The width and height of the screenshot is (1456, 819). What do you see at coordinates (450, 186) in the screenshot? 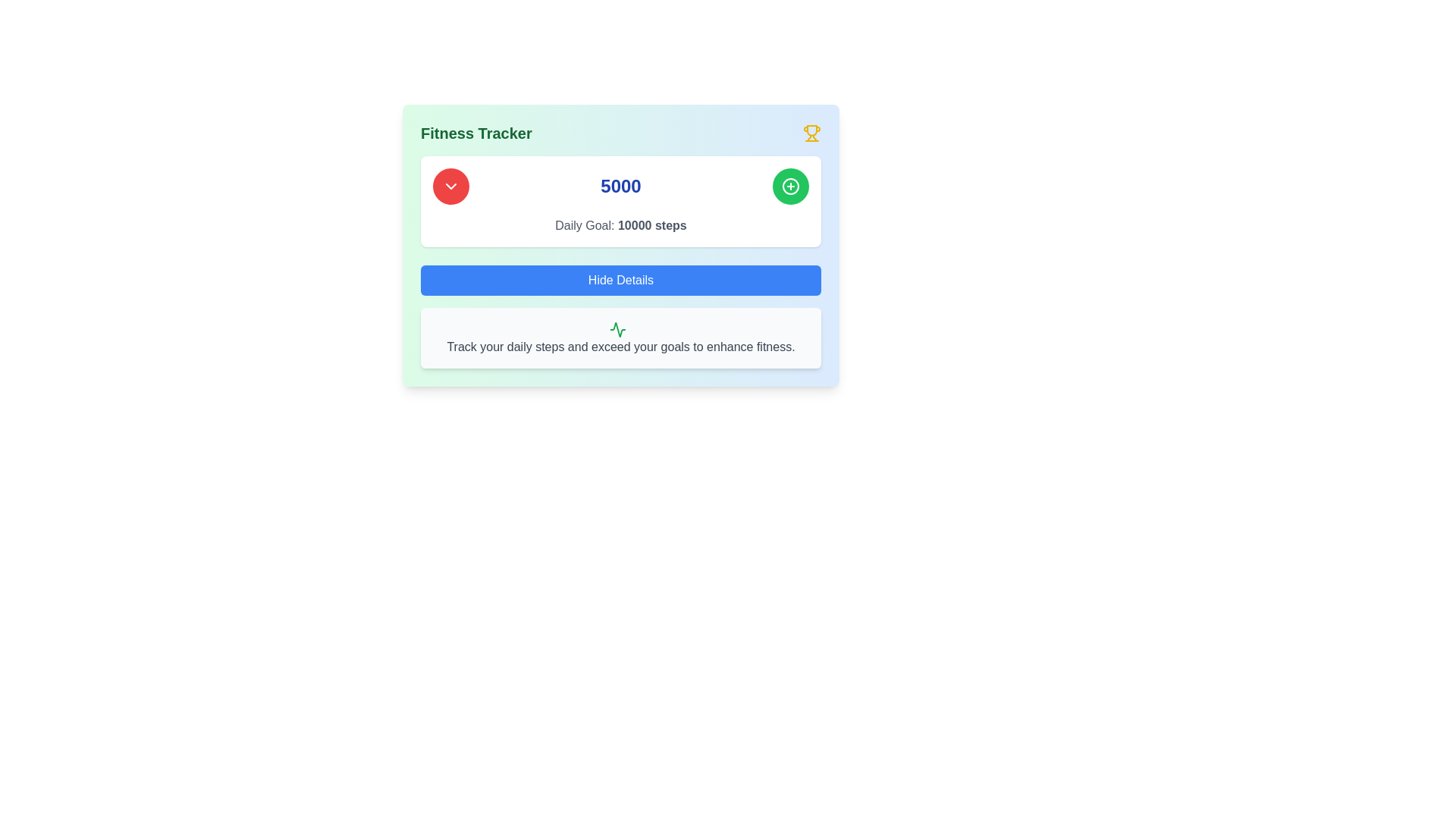
I see `the circular red button with a white downward arrow` at bounding box center [450, 186].